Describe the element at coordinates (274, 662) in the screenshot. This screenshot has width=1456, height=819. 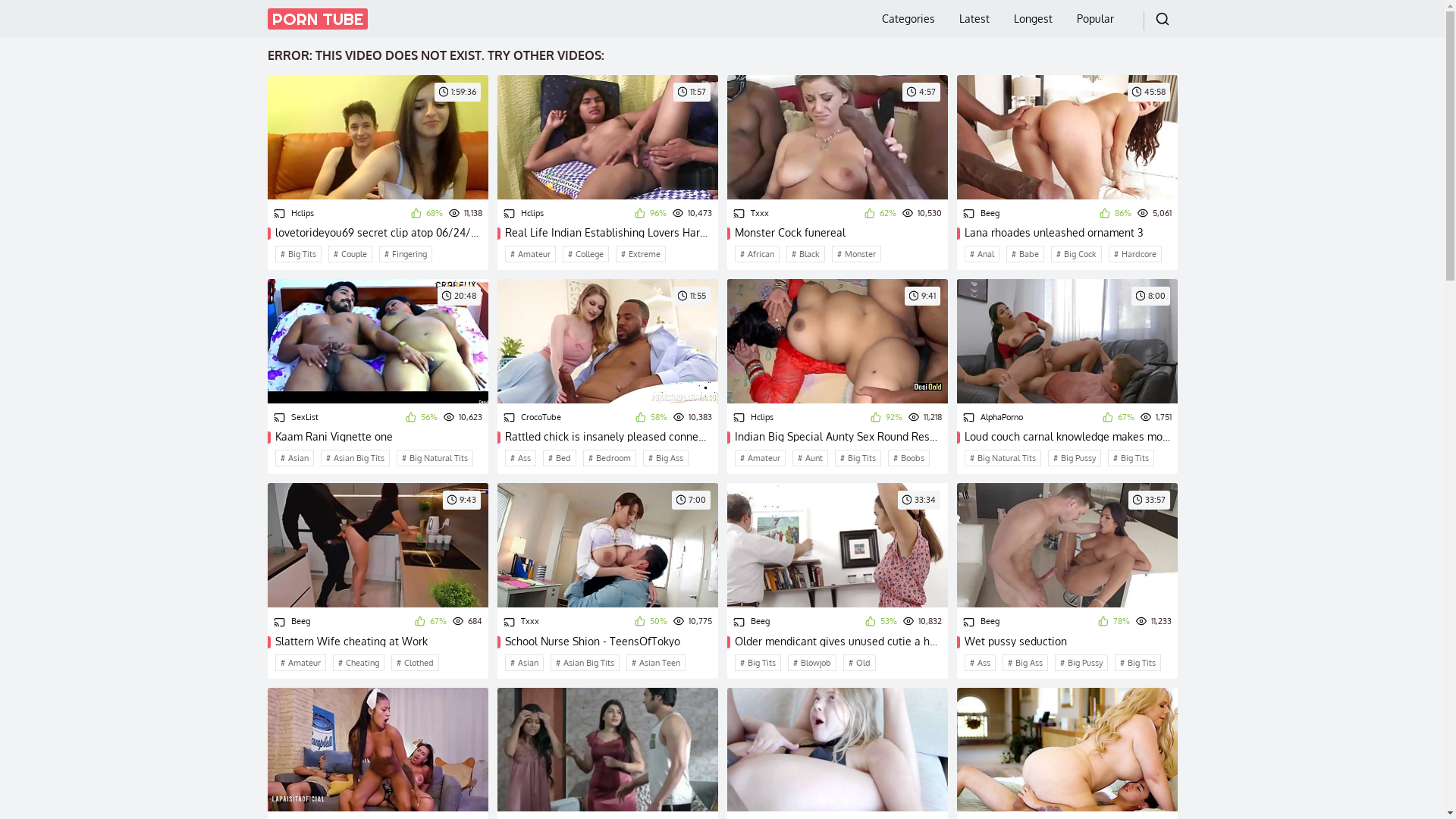
I see `'Amateur'` at that location.